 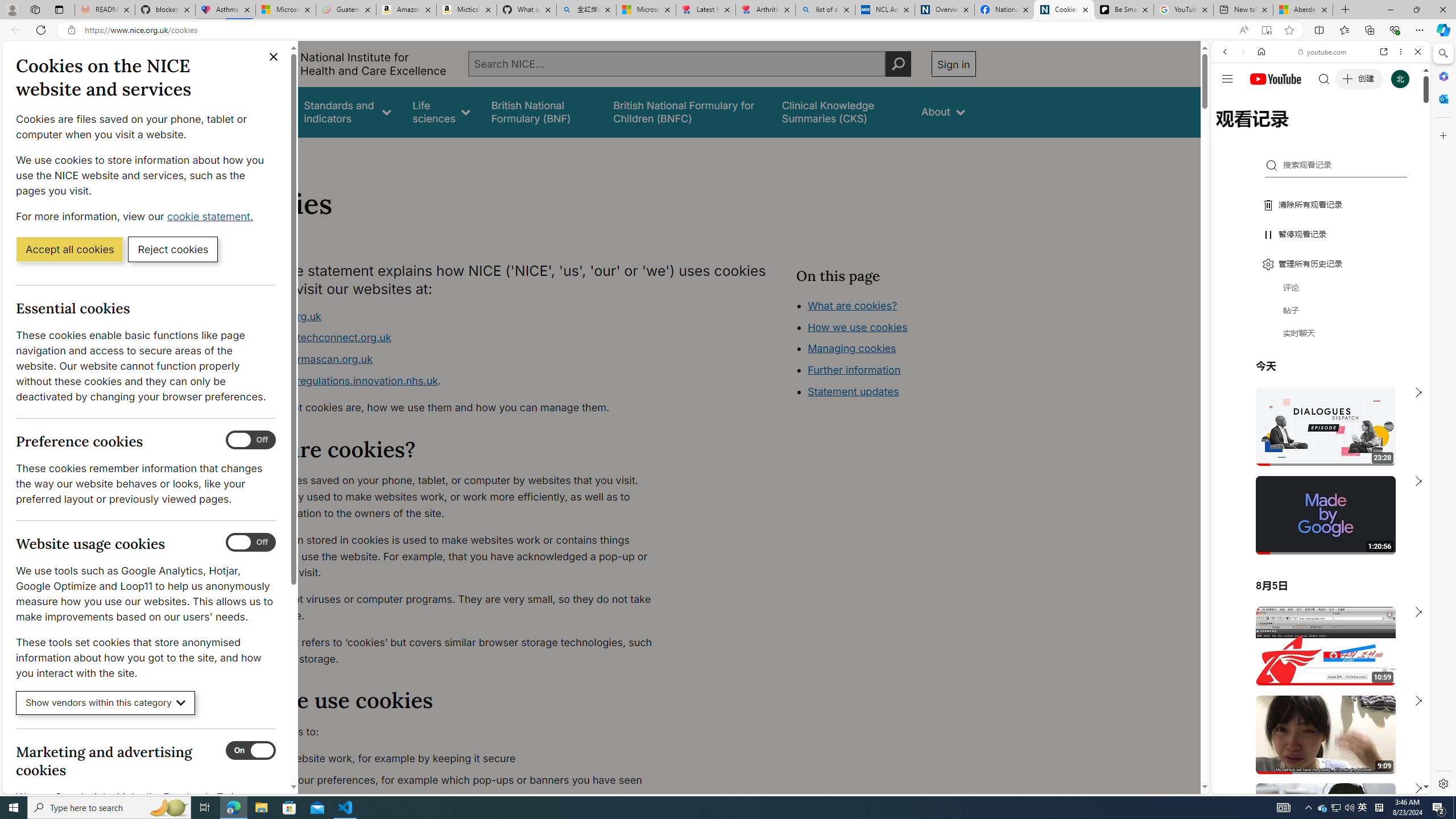 What do you see at coordinates (285, 9) in the screenshot?
I see `'Microsoft-Report a Concern to Bing'` at bounding box center [285, 9].